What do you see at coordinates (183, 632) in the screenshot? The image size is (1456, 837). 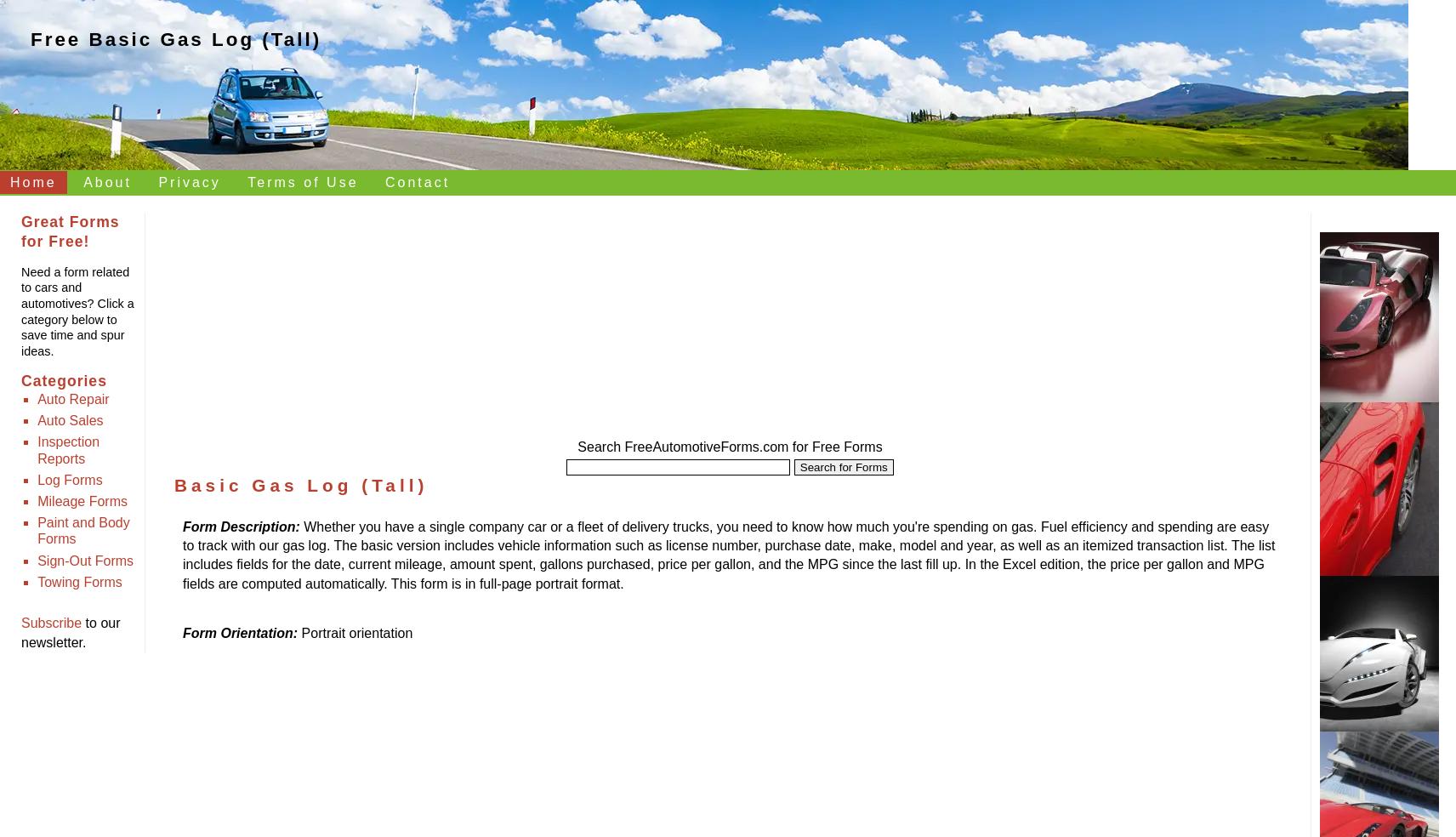 I see `'Form Orientation:'` at bounding box center [183, 632].